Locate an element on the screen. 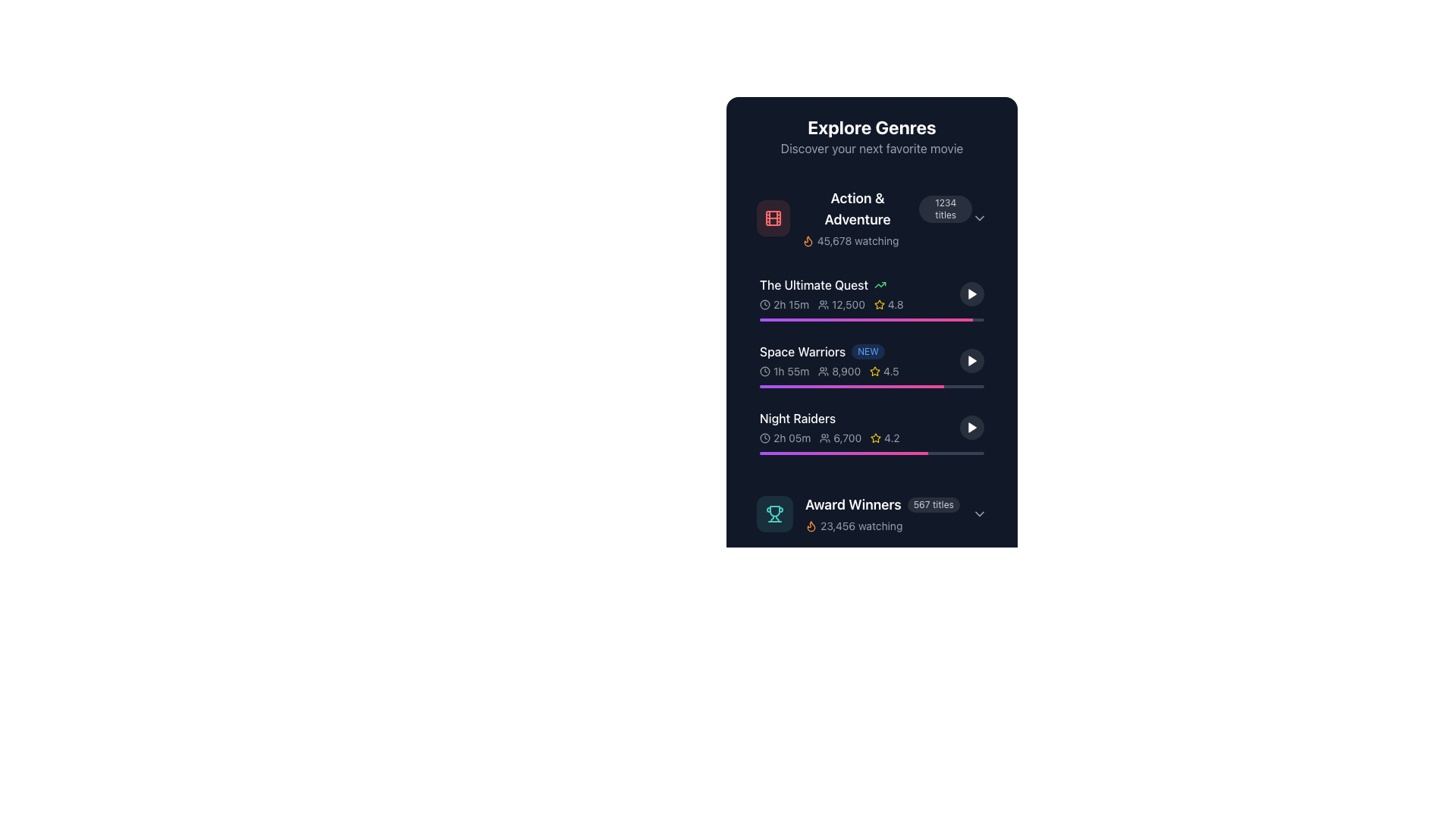 The image size is (1456, 819). the 'Action & Adventure' genre button, which includes a red film reel icon on the left, bold white title text, and a gray badge with '1234 titles' on the right is located at coordinates (872, 218).